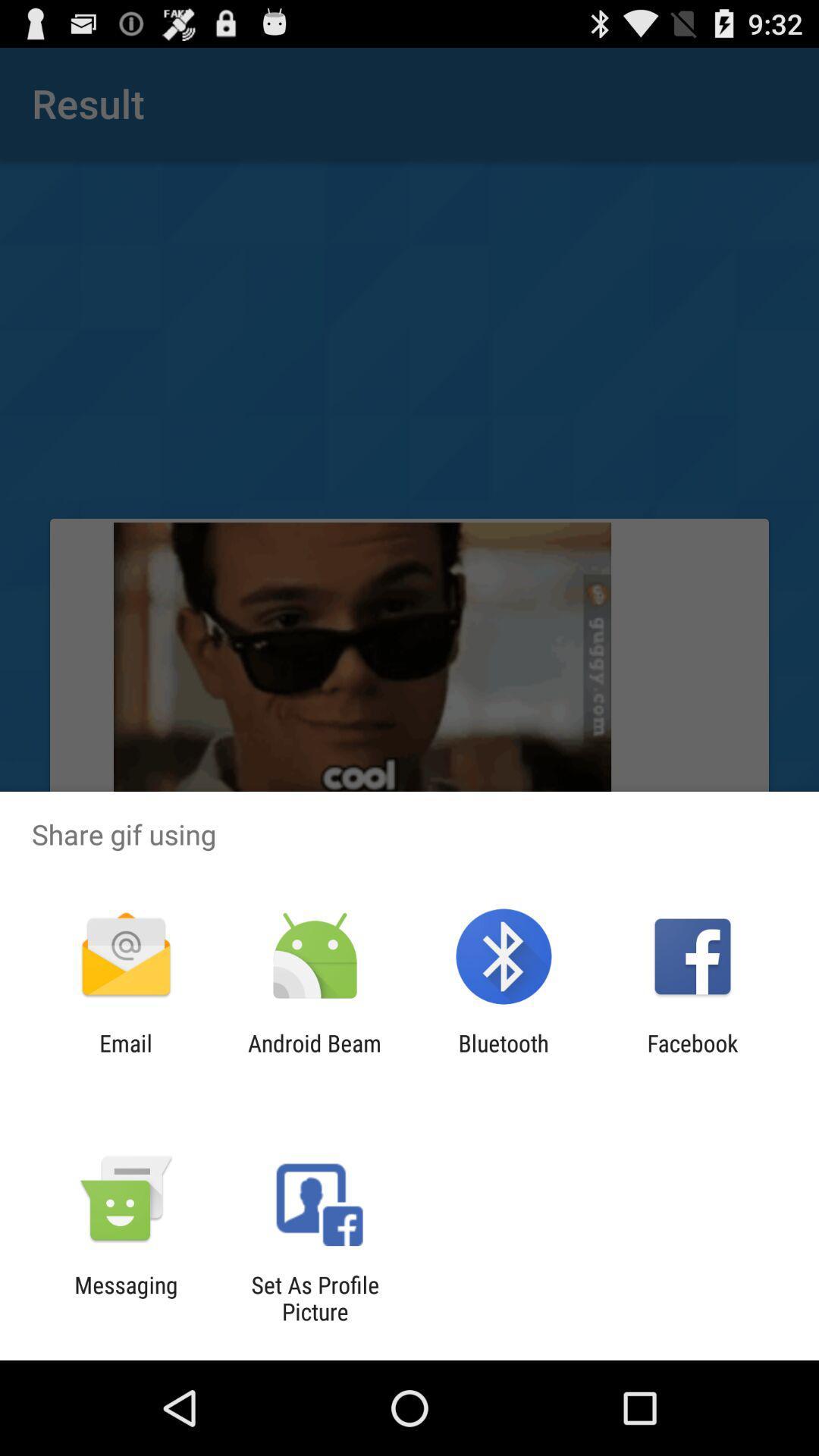 The height and width of the screenshot is (1456, 819). Describe the element at coordinates (314, 1056) in the screenshot. I see `the item to the right of email` at that location.